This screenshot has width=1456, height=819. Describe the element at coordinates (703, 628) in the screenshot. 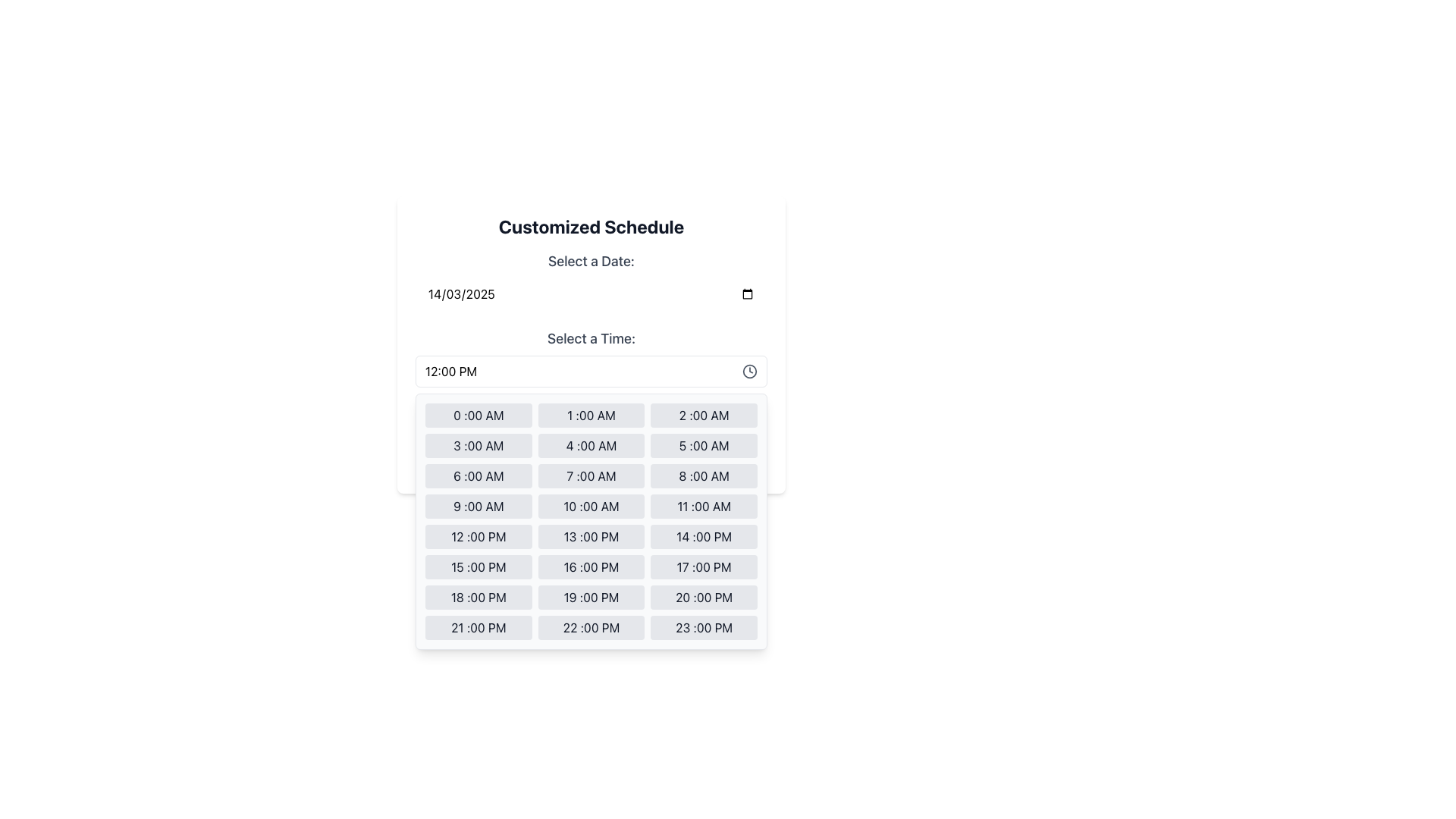

I see `the button representing the time choice of 23:00 PM in the scheduling interface` at that location.